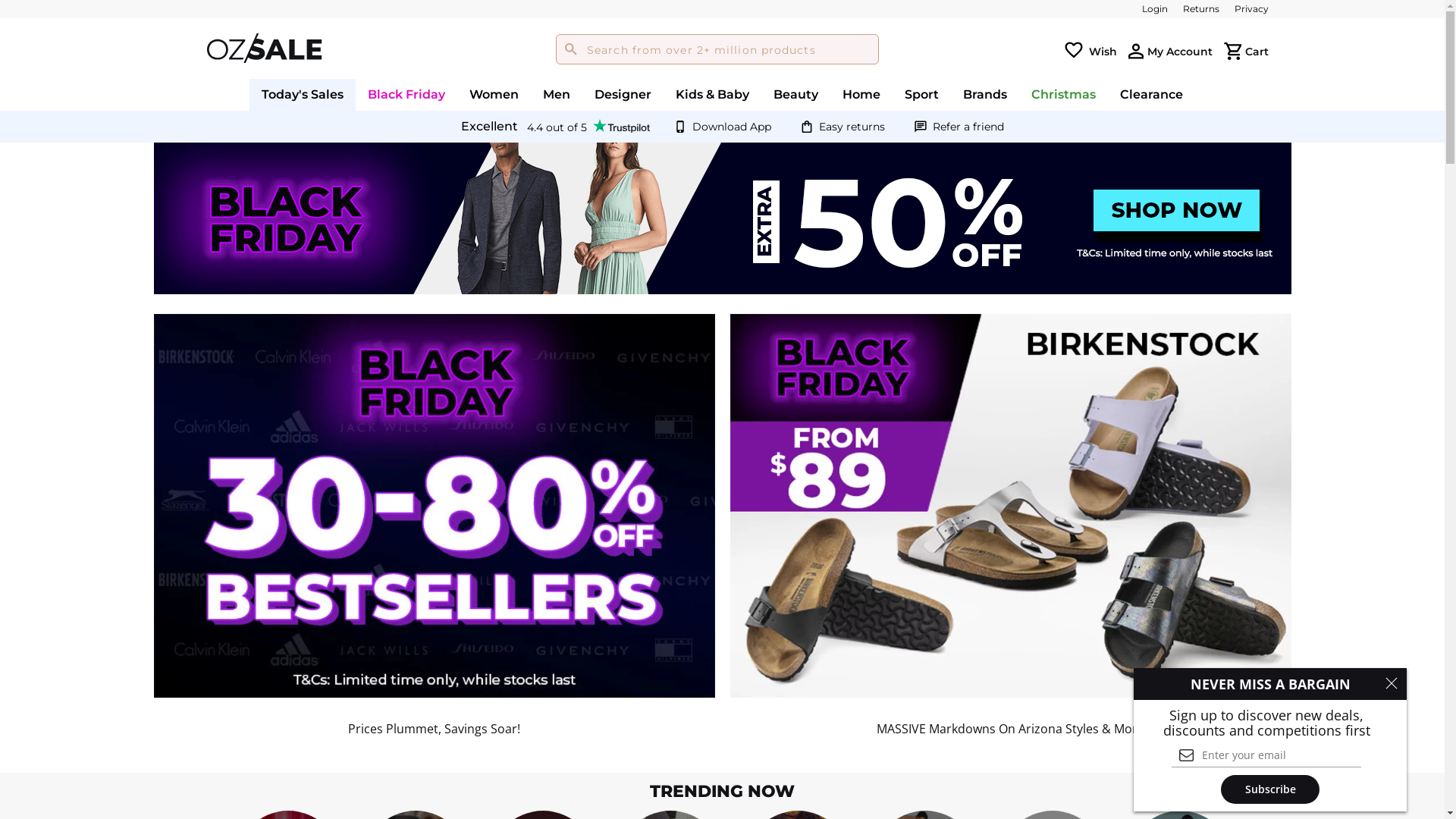  Describe the element at coordinates (985, 94) in the screenshot. I see `'Brands'` at that location.